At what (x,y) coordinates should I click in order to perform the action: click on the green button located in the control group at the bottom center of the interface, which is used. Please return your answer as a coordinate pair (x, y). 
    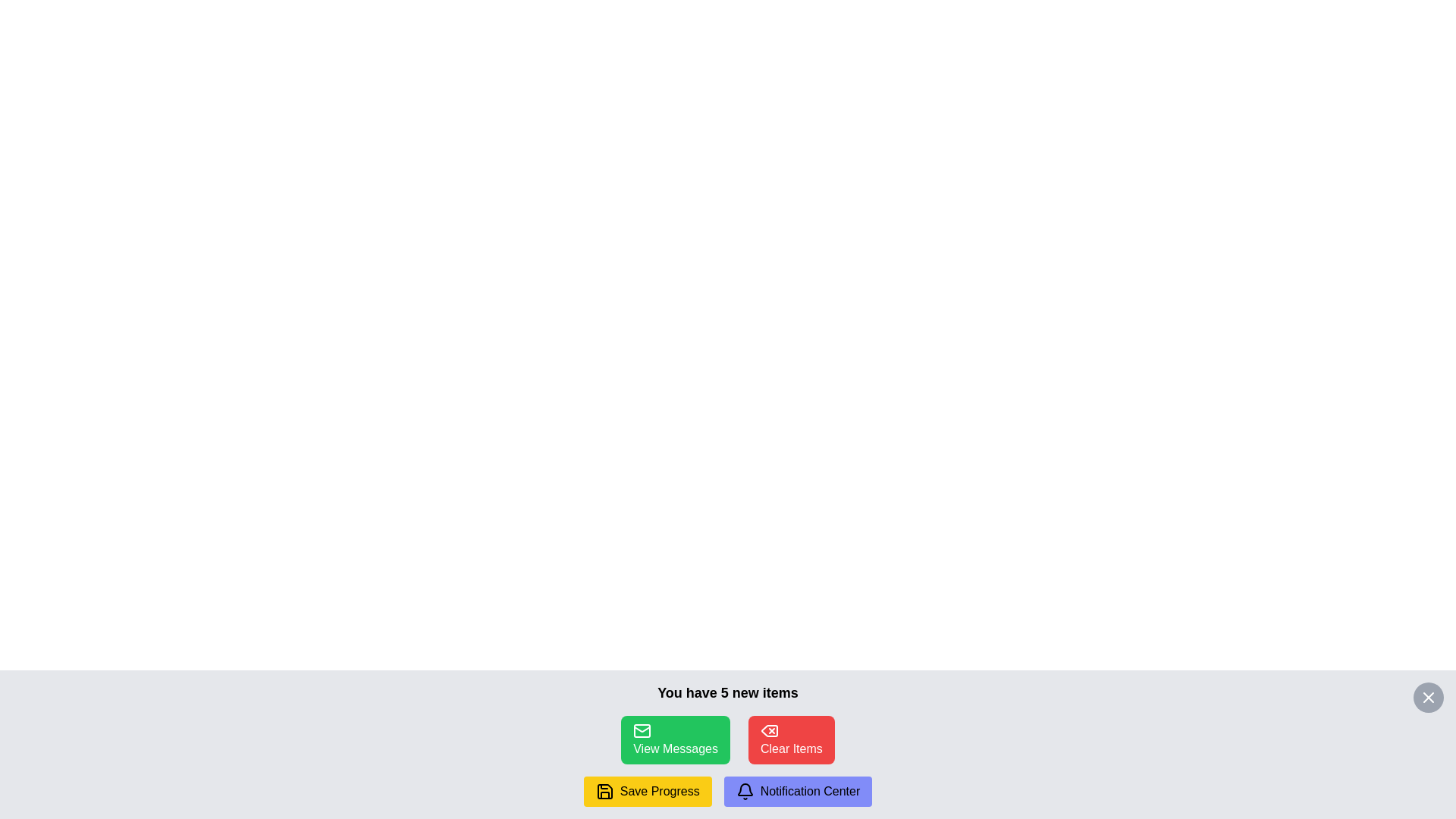
    Looking at the image, I should click on (728, 739).